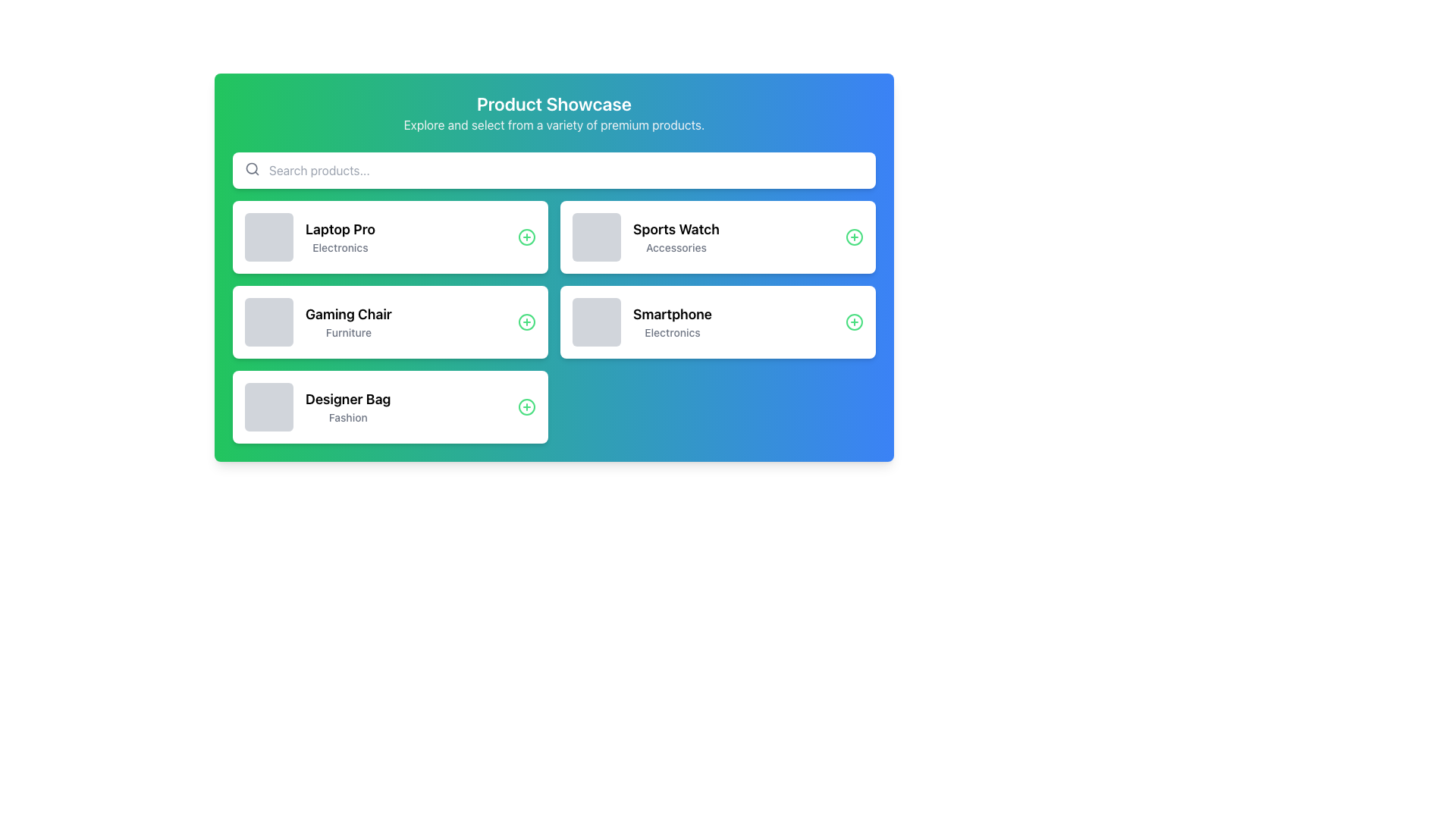 This screenshot has width=1456, height=819. Describe the element at coordinates (855, 321) in the screenshot. I see `the circular add button icon with a green stroke and a plus symbol, located in the bottom-right corner of the 'Smartphone' product card` at that location.